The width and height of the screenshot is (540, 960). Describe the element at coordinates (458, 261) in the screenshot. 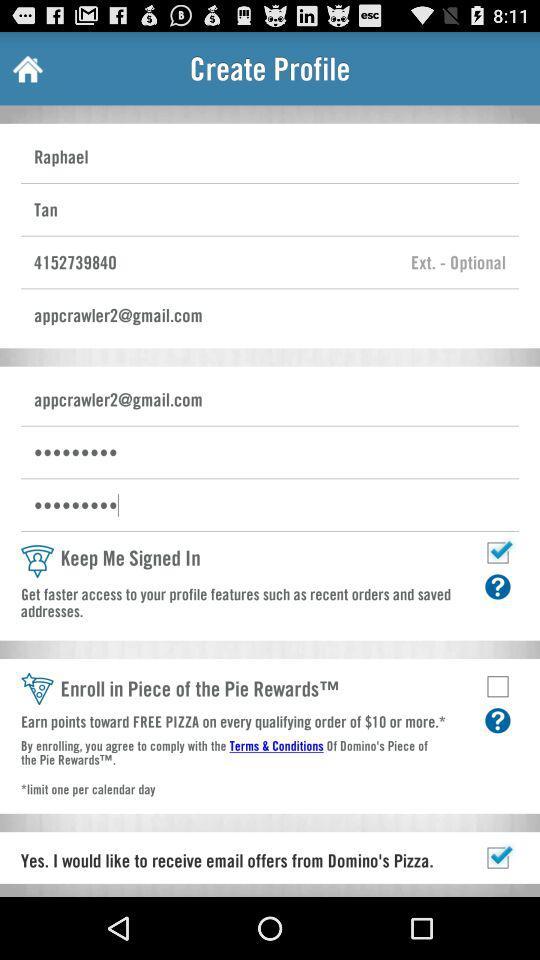

I see `phone extension` at that location.